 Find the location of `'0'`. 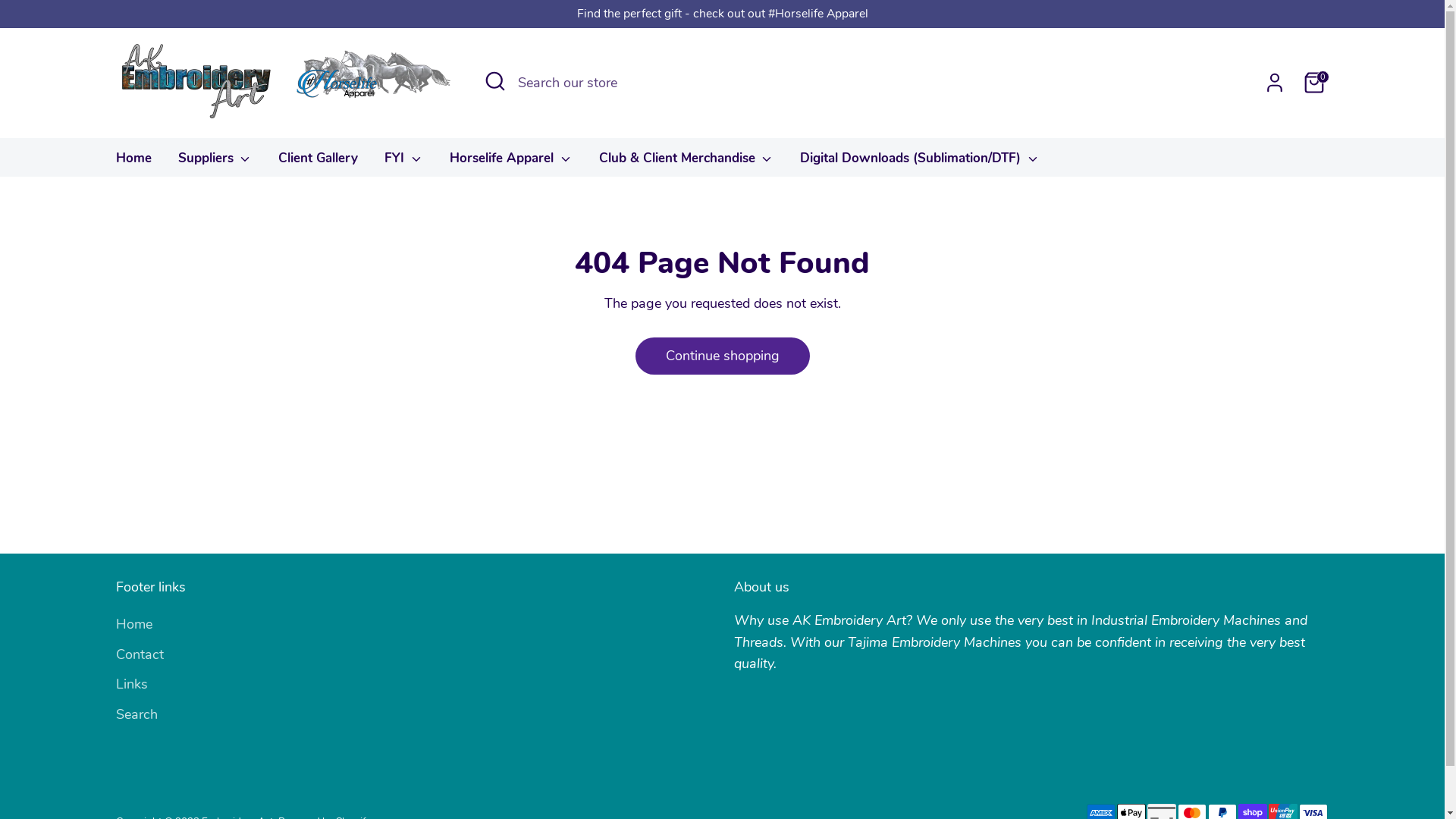

'0' is located at coordinates (1313, 82).